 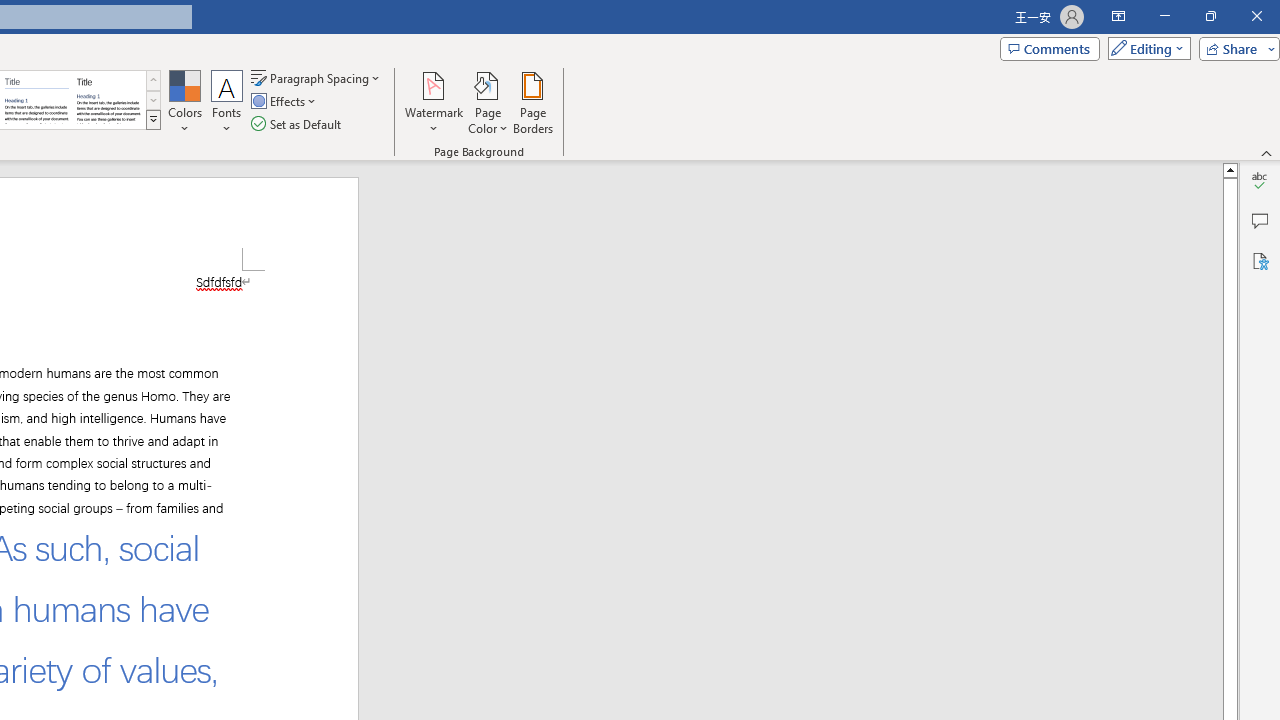 I want to click on 'Accessibility', so click(x=1259, y=260).